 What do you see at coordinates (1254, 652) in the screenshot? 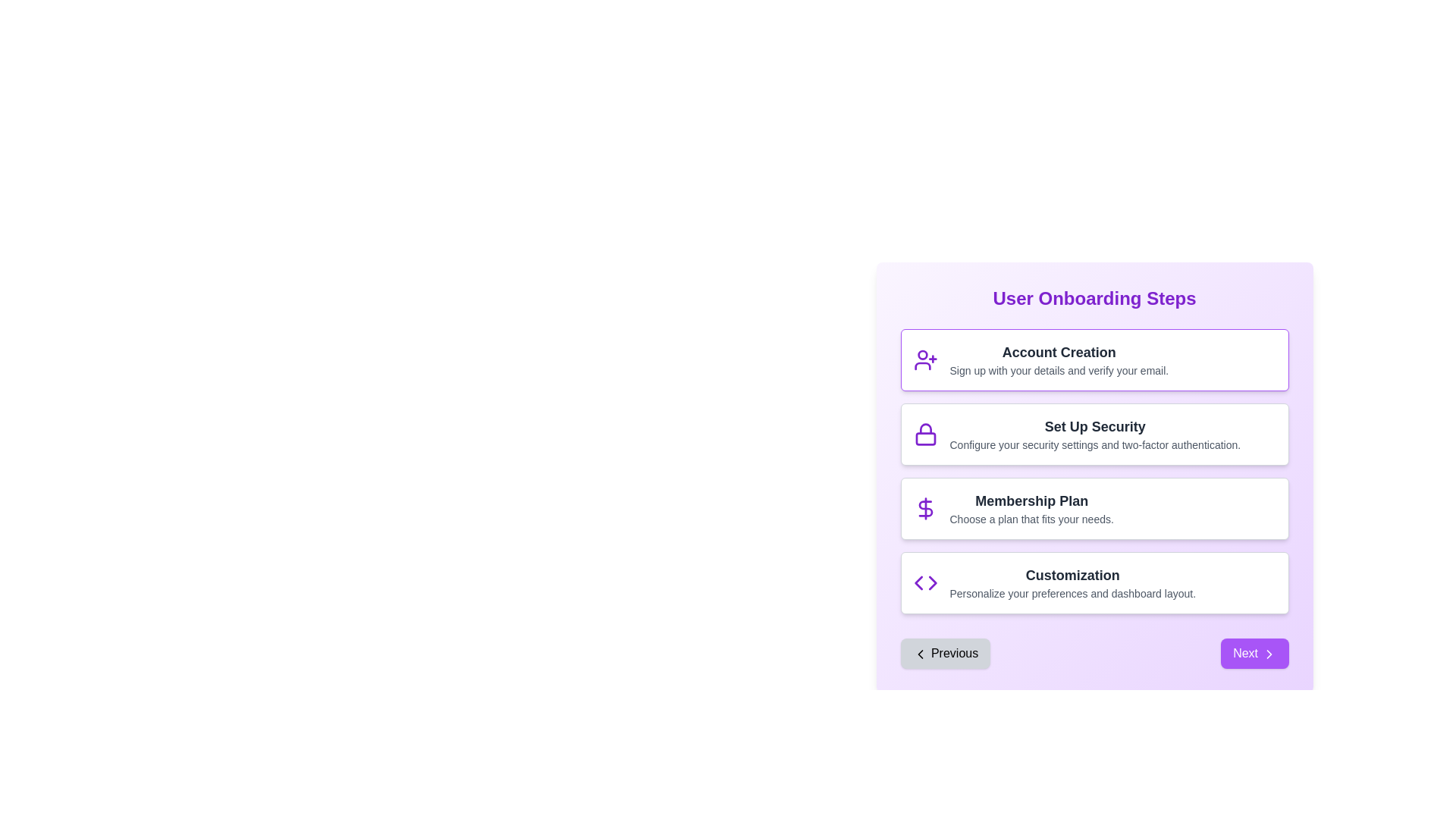
I see `the 'Next' button` at bounding box center [1254, 652].